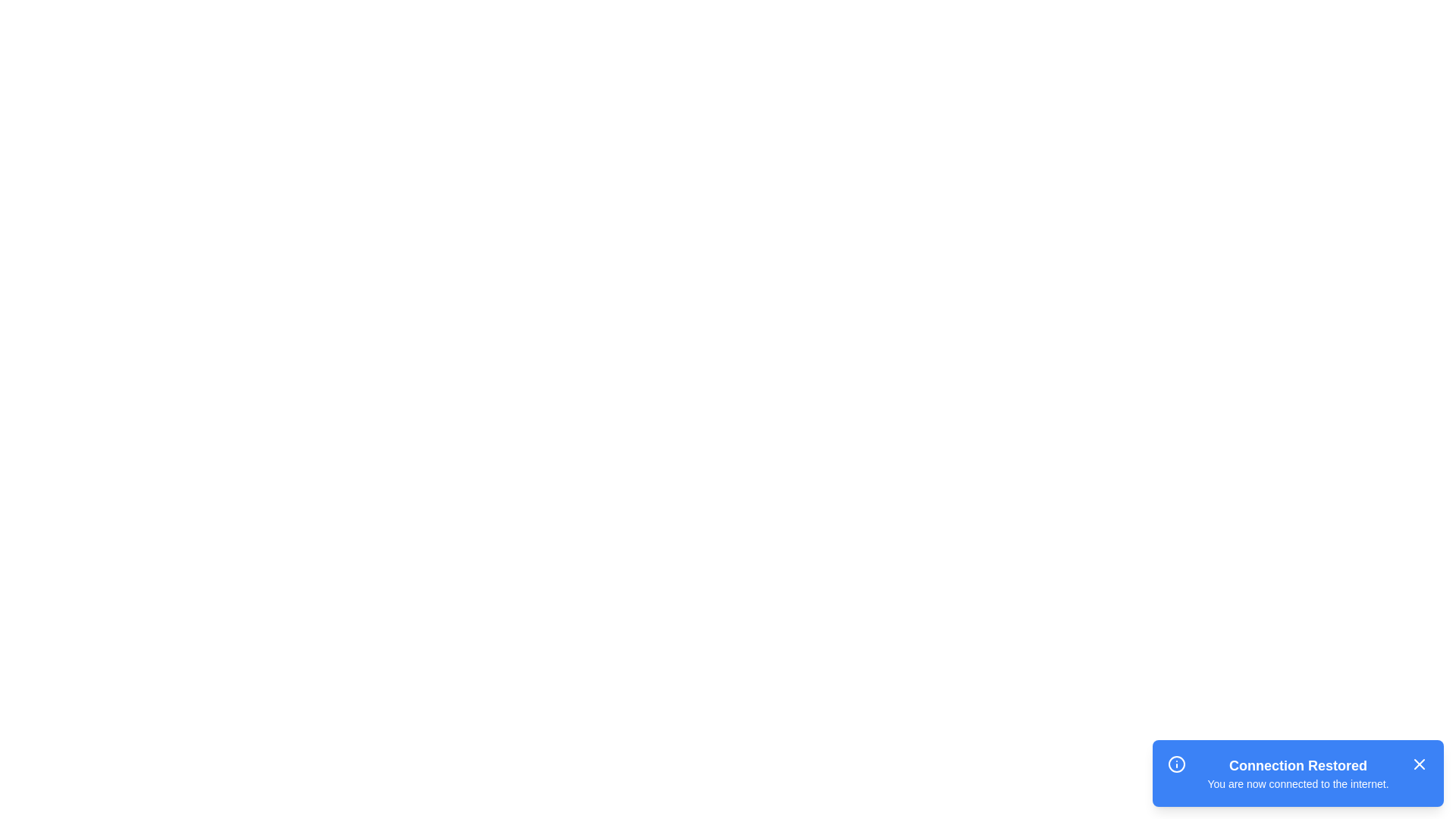  I want to click on the feedback text element that indicates the current internet connection state, located below the title 'Connection Restored' in the notification box, so click(1298, 783).